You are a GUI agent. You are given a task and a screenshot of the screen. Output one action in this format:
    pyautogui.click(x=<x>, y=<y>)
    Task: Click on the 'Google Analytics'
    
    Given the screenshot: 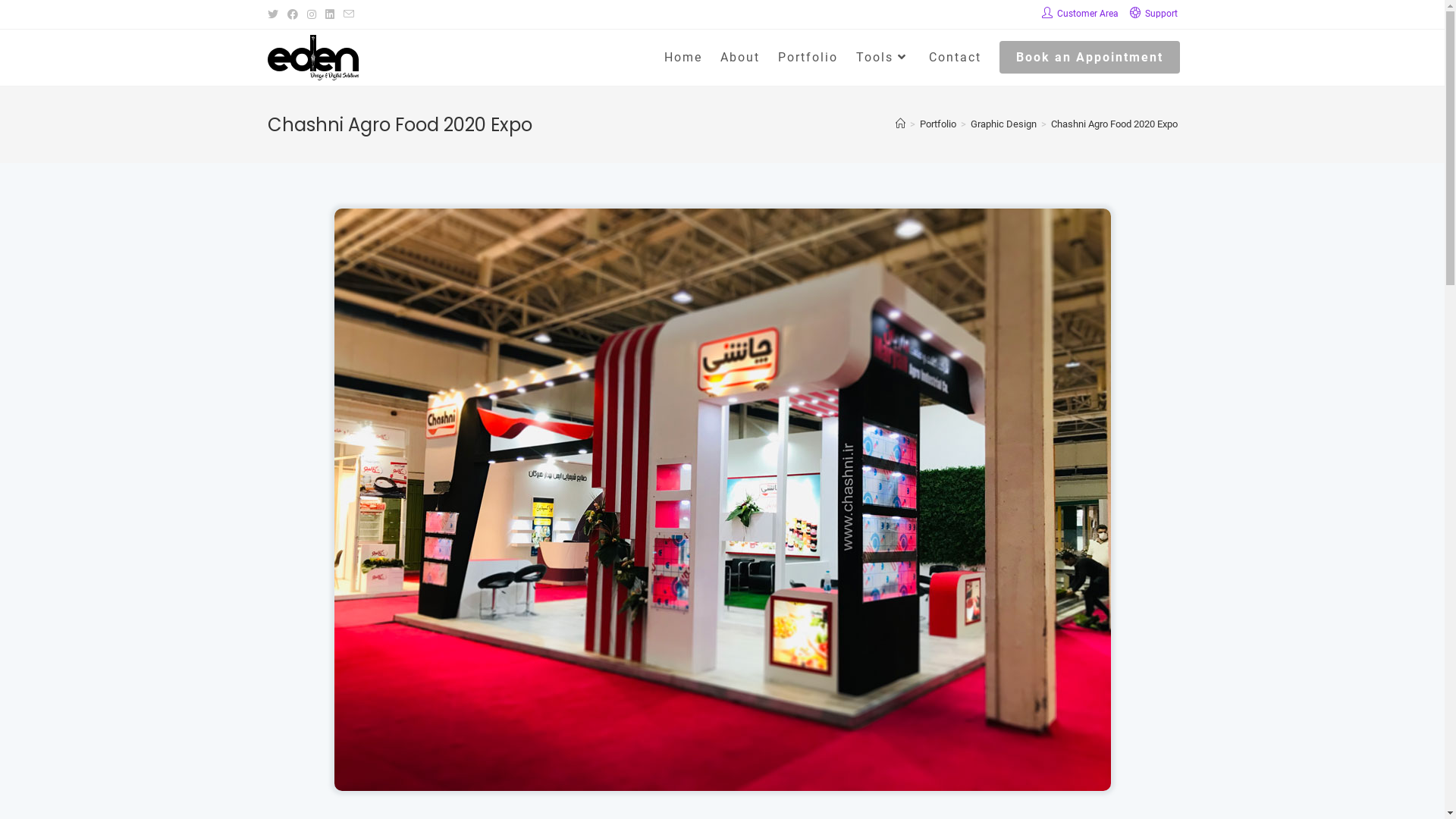 What is the action you would take?
    pyautogui.click(x=836, y=719)
    